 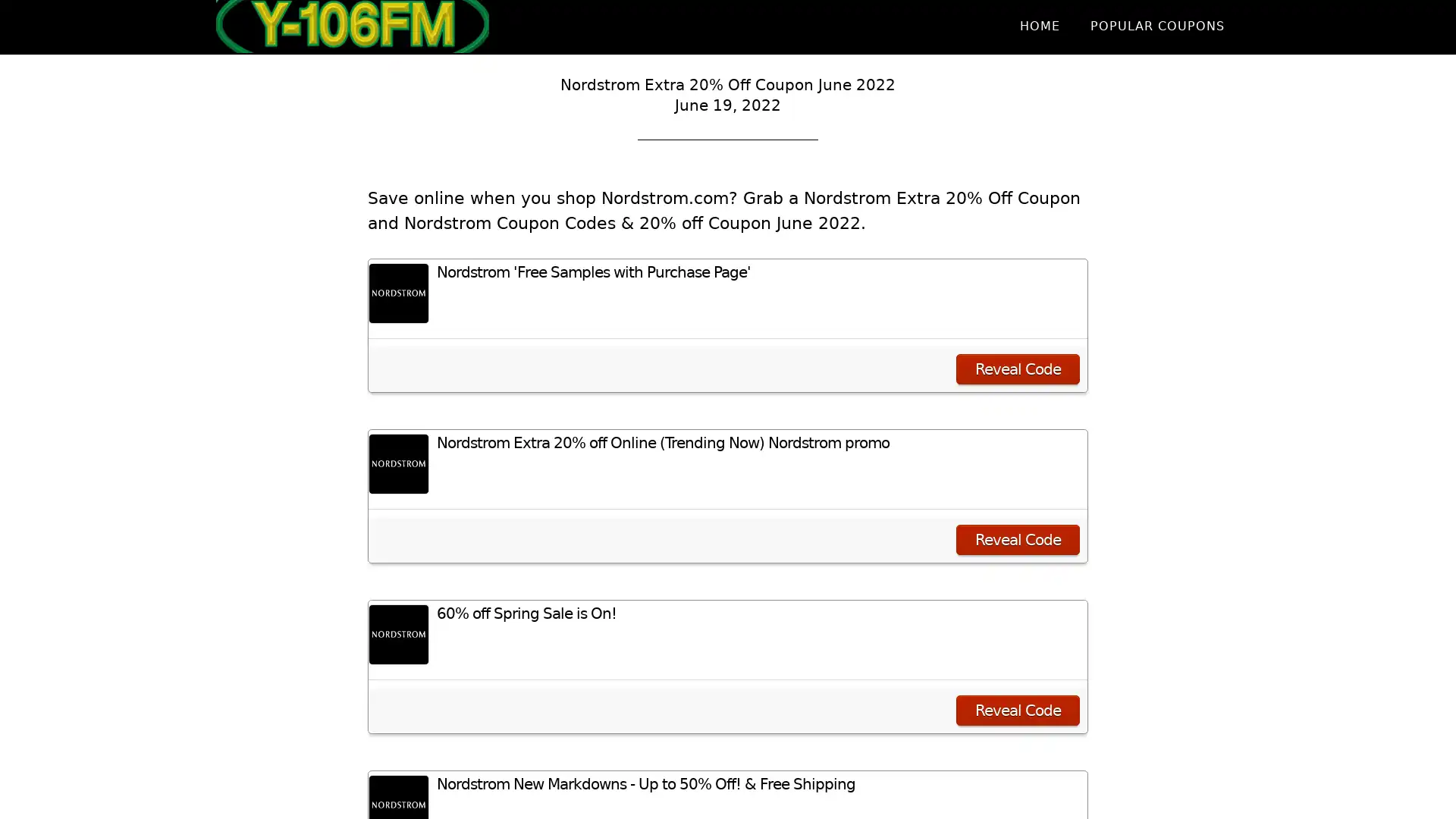 What do you see at coordinates (1018, 711) in the screenshot?
I see `Reveal Code` at bounding box center [1018, 711].